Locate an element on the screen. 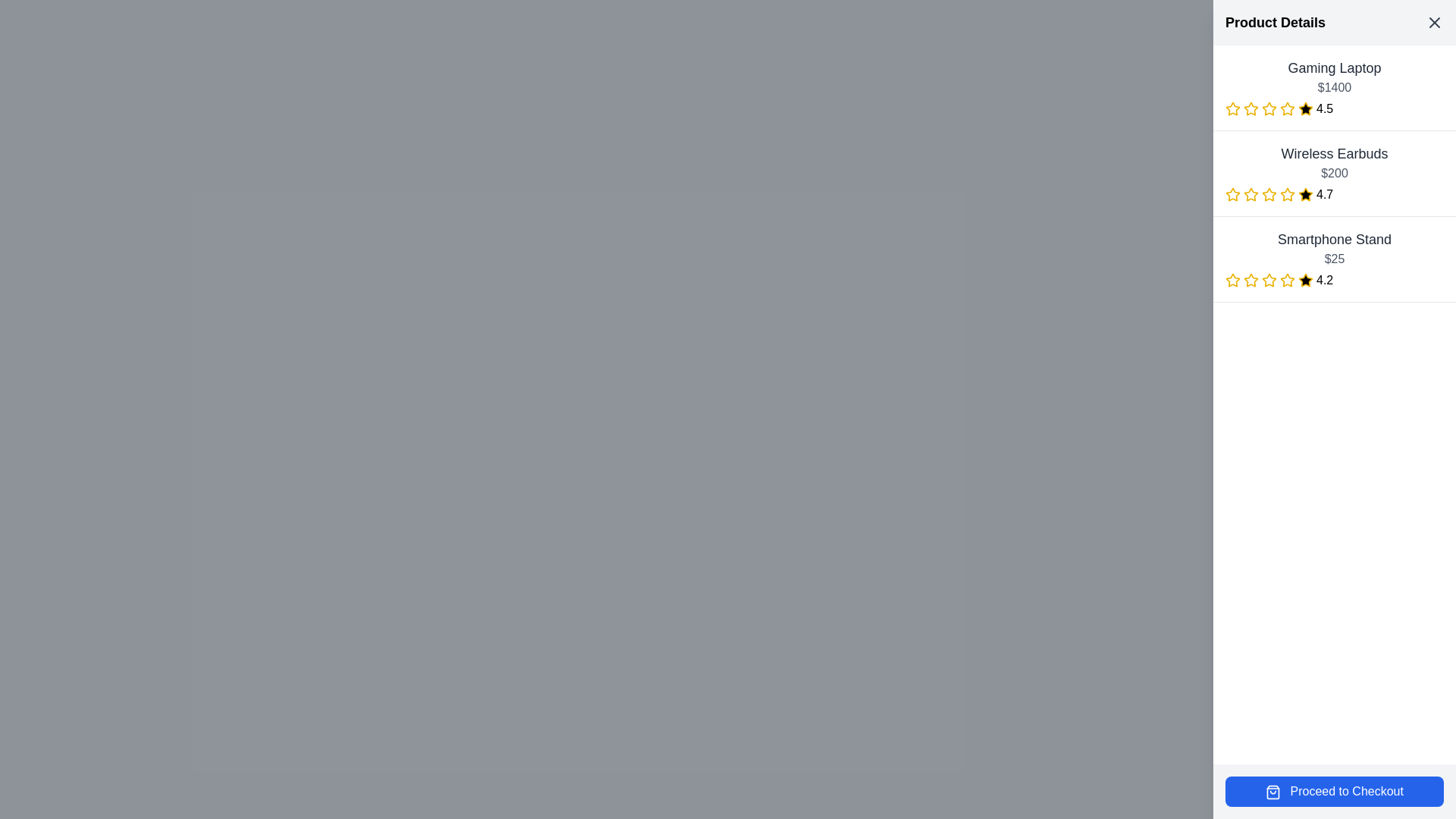  the fifth star icon representing the rating for the 'Wireless Earbuds' product, located in the right panel of the interface is located at coordinates (1287, 194).